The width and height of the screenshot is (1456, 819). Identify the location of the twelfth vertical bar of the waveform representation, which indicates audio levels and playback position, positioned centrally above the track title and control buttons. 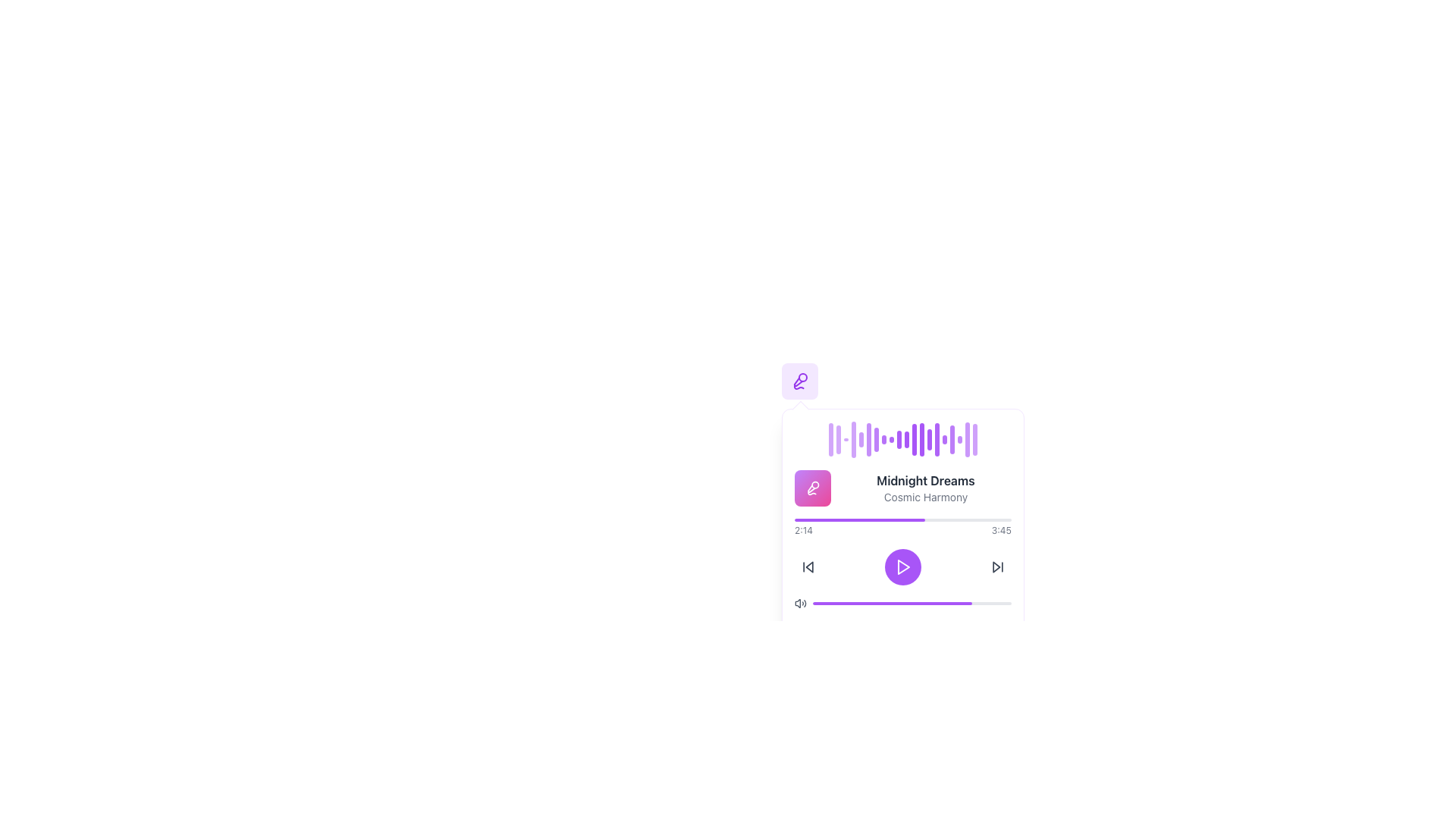
(921, 439).